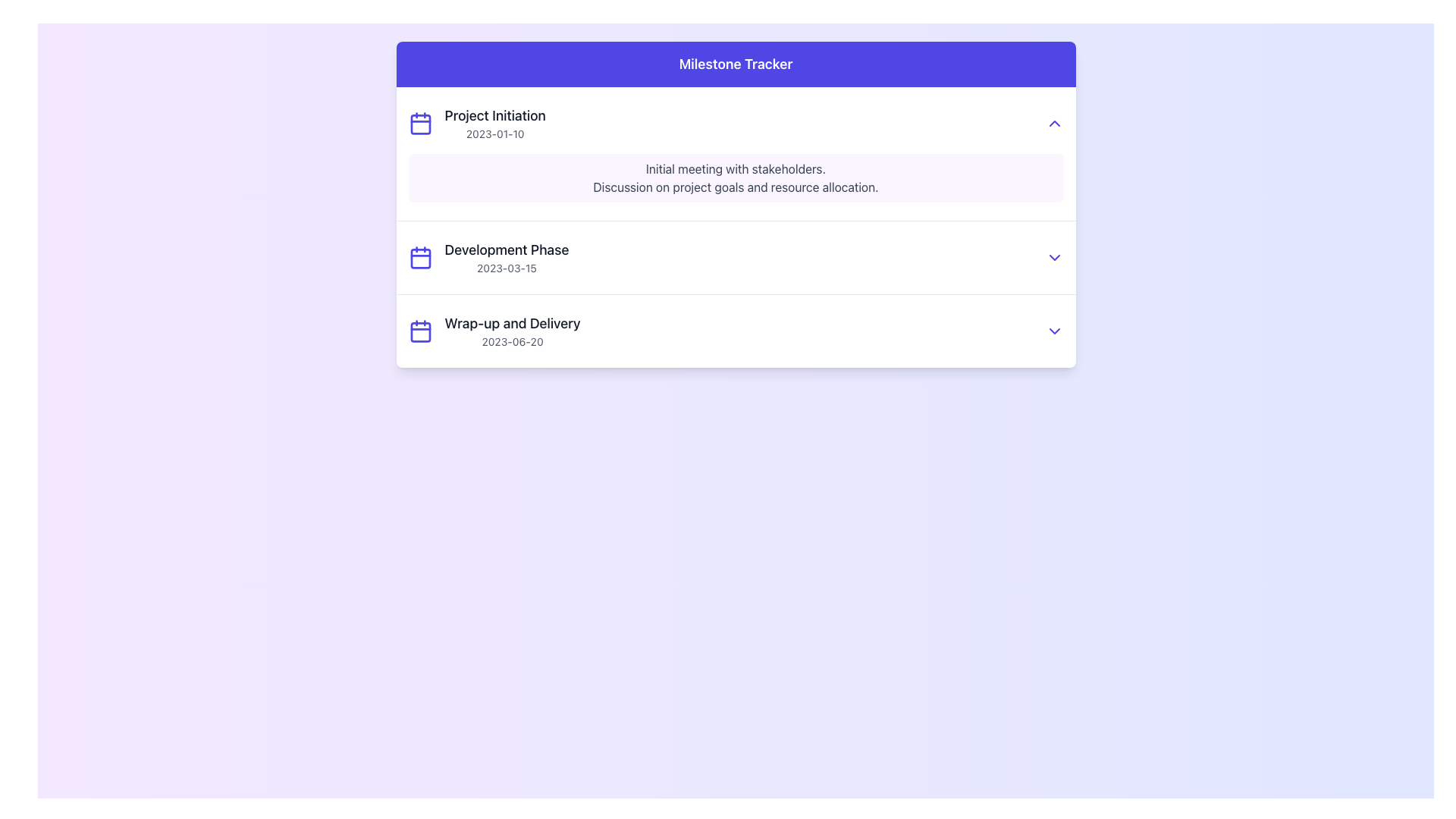 This screenshot has height=819, width=1456. Describe the element at coordinates (736, 177) in the screenshot. I see `the rectangular text component with a light purple background that contains the text 'Initial meeting with stakeholders. Discussion on project goals and resource allocation.' positioned below the 'Project Initiation 2023-01-10' section in the milestone tracker interface` at that location.